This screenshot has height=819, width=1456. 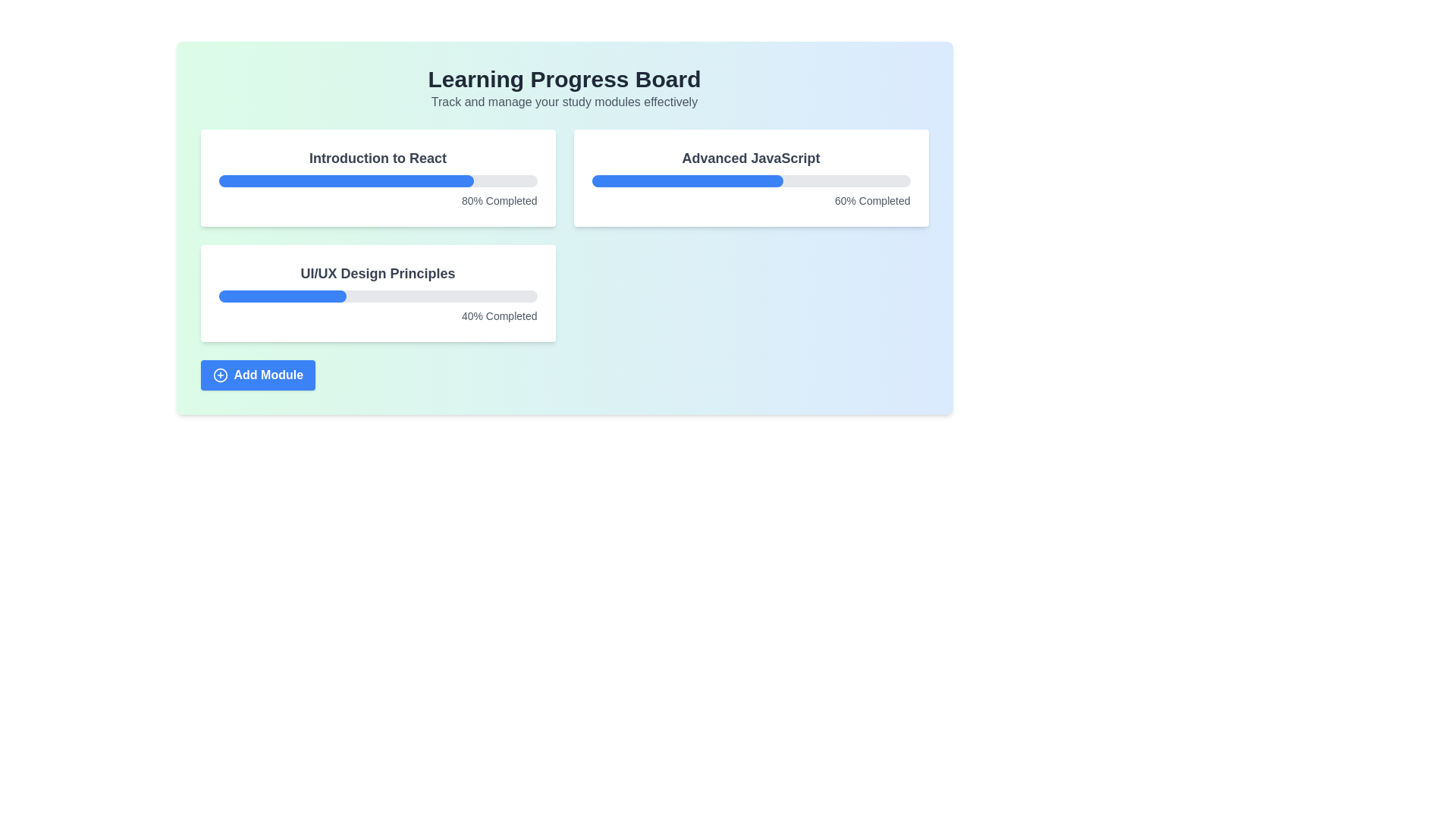 What do you see at coordinates (282, 296) in the screenshot?
I see `the 40% completion segment of the 'UI/UX Design Principles' progress bar located on the dashboard, which is the third module in the vertical arrangement` at bounding box center [282, 296].